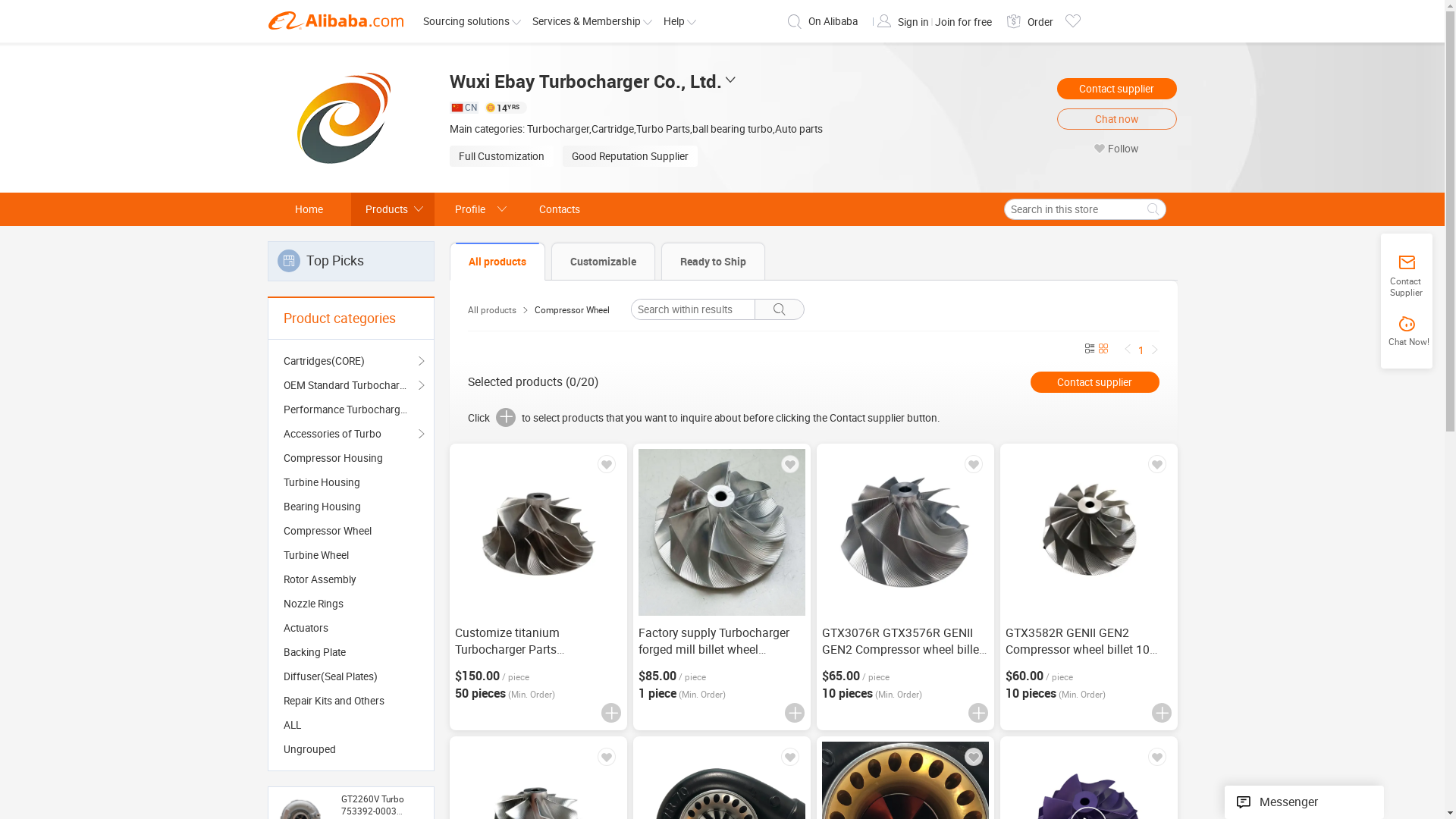 Image resolution: width=1456 pixels, height=819 pixels. I want to click on 'Profile', so click(432, 209).